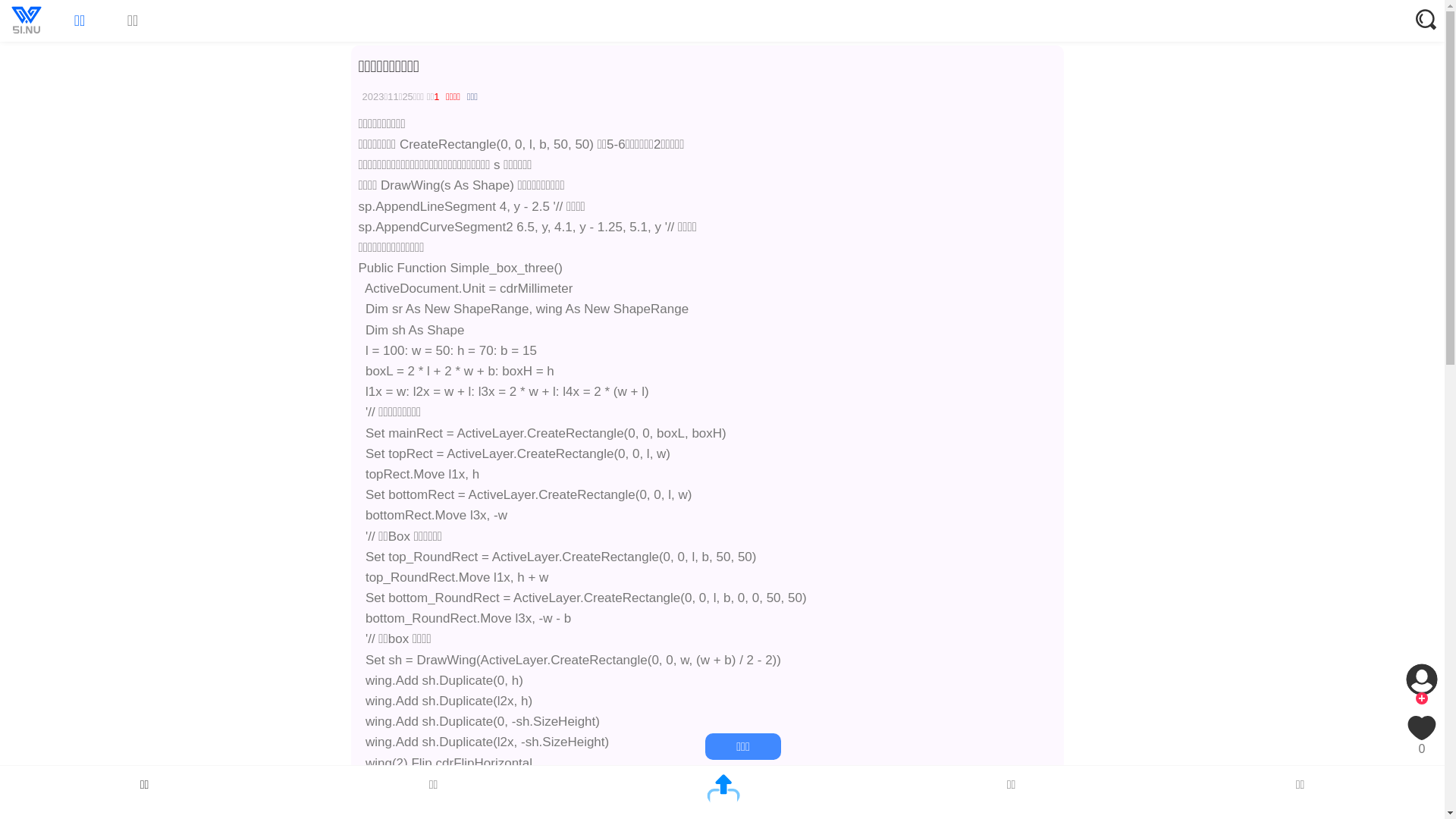  What do you see at coordinates (435, 96) in the screenshot?
I see `'1'` at bounding box center [435, 96].